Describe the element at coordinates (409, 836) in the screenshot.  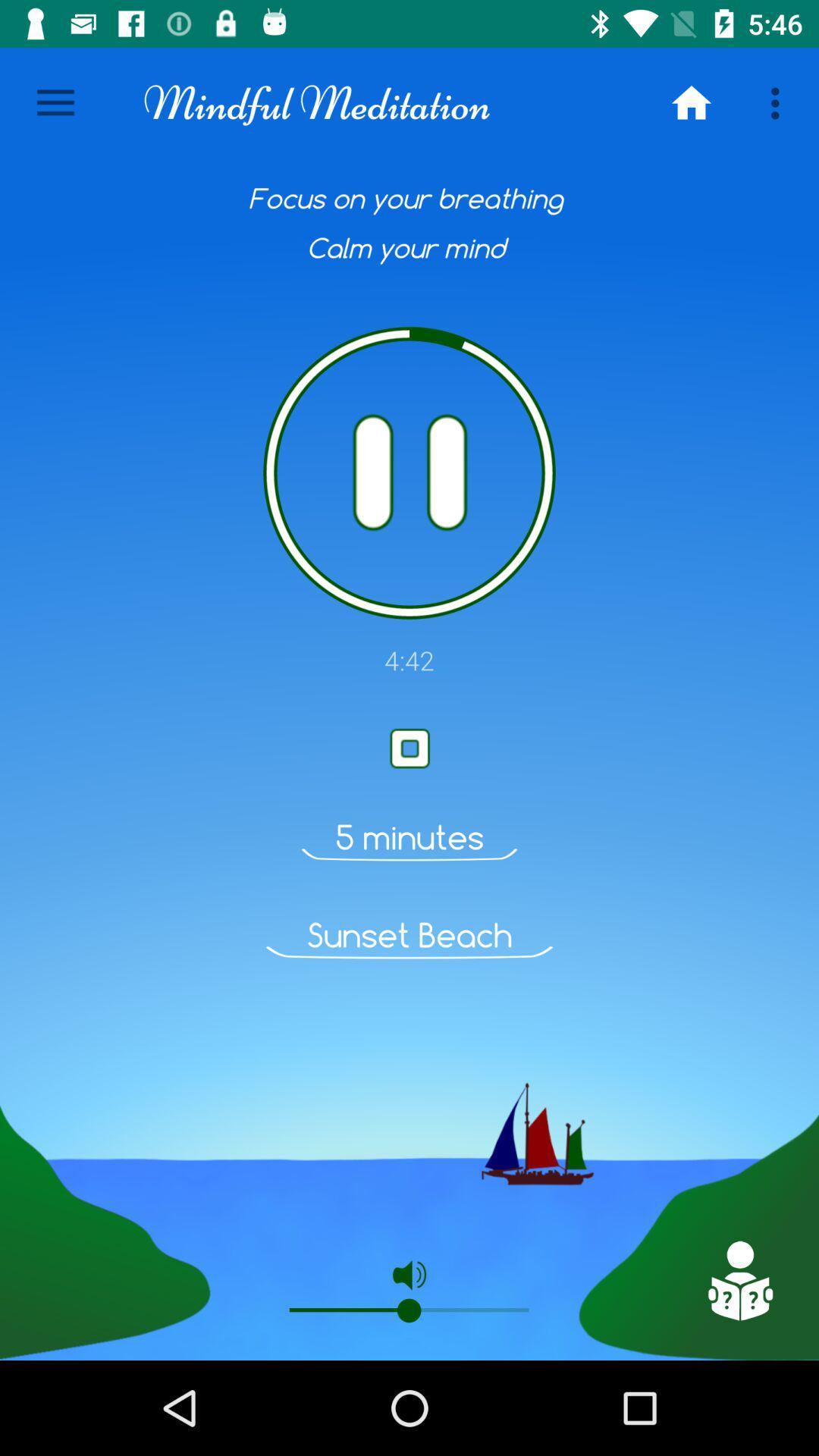
I see `5 minutes   item` at that location.